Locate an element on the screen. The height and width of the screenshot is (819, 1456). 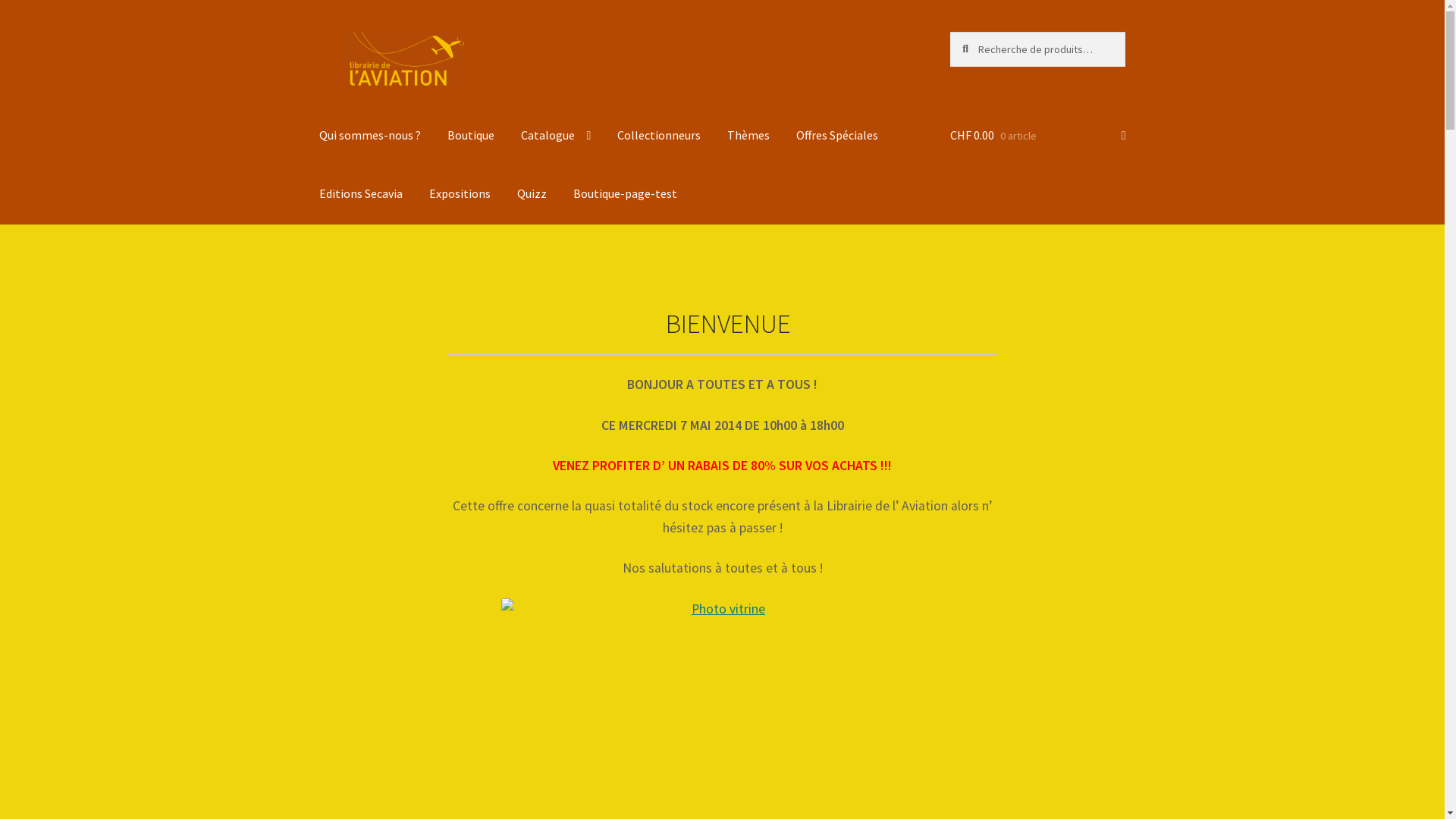
'Catalogue' is located at coordinates (555, 134).